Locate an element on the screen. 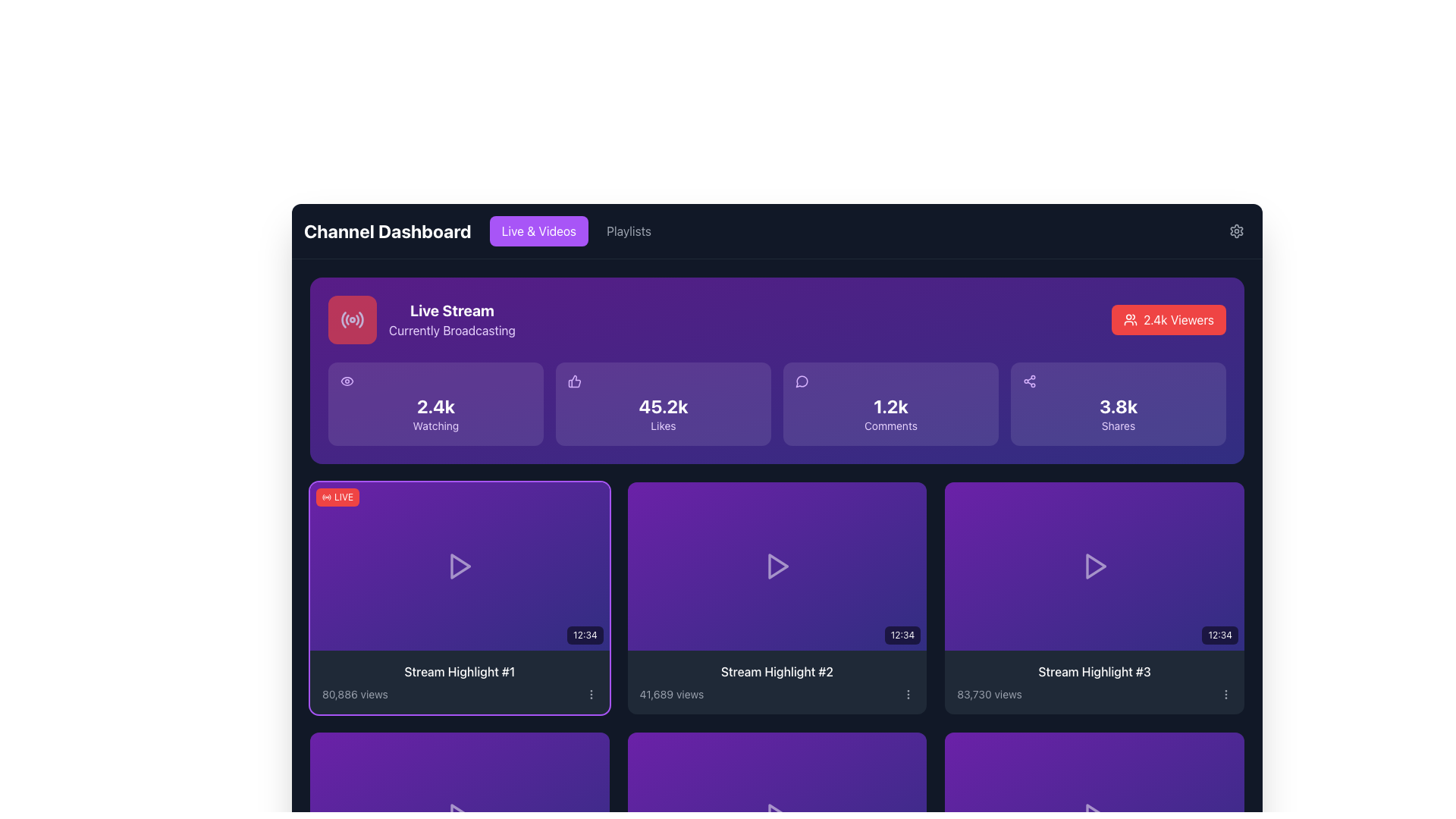 The image size is (1456, 819). the non-interactive square button with a red background and a white radiating signal icon located in the top-left side of the 'Live Stream - Currently Broadcasting' section is located at coordinates (352, 318).